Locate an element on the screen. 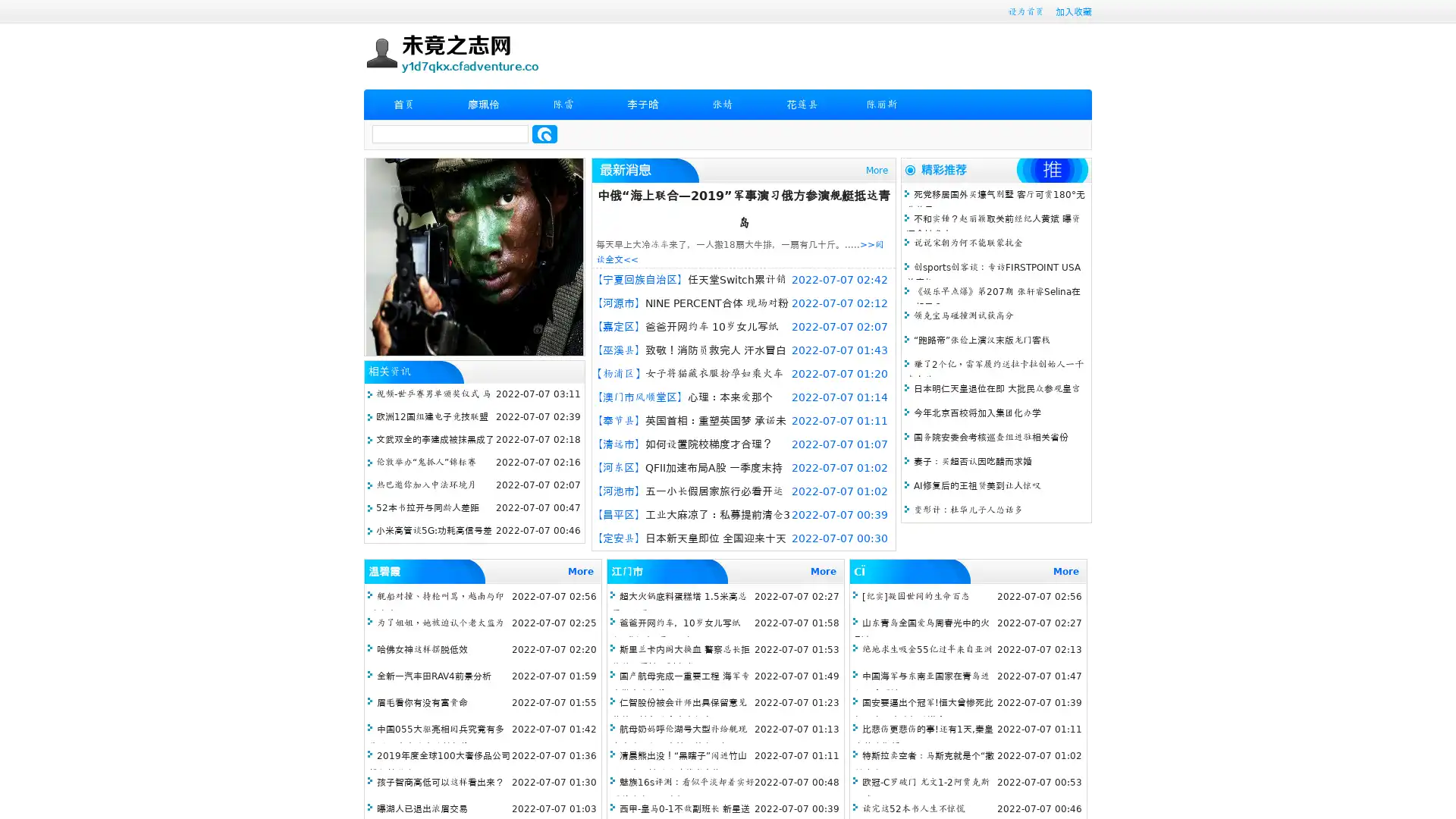  Search is located at coordinates (544, 133).